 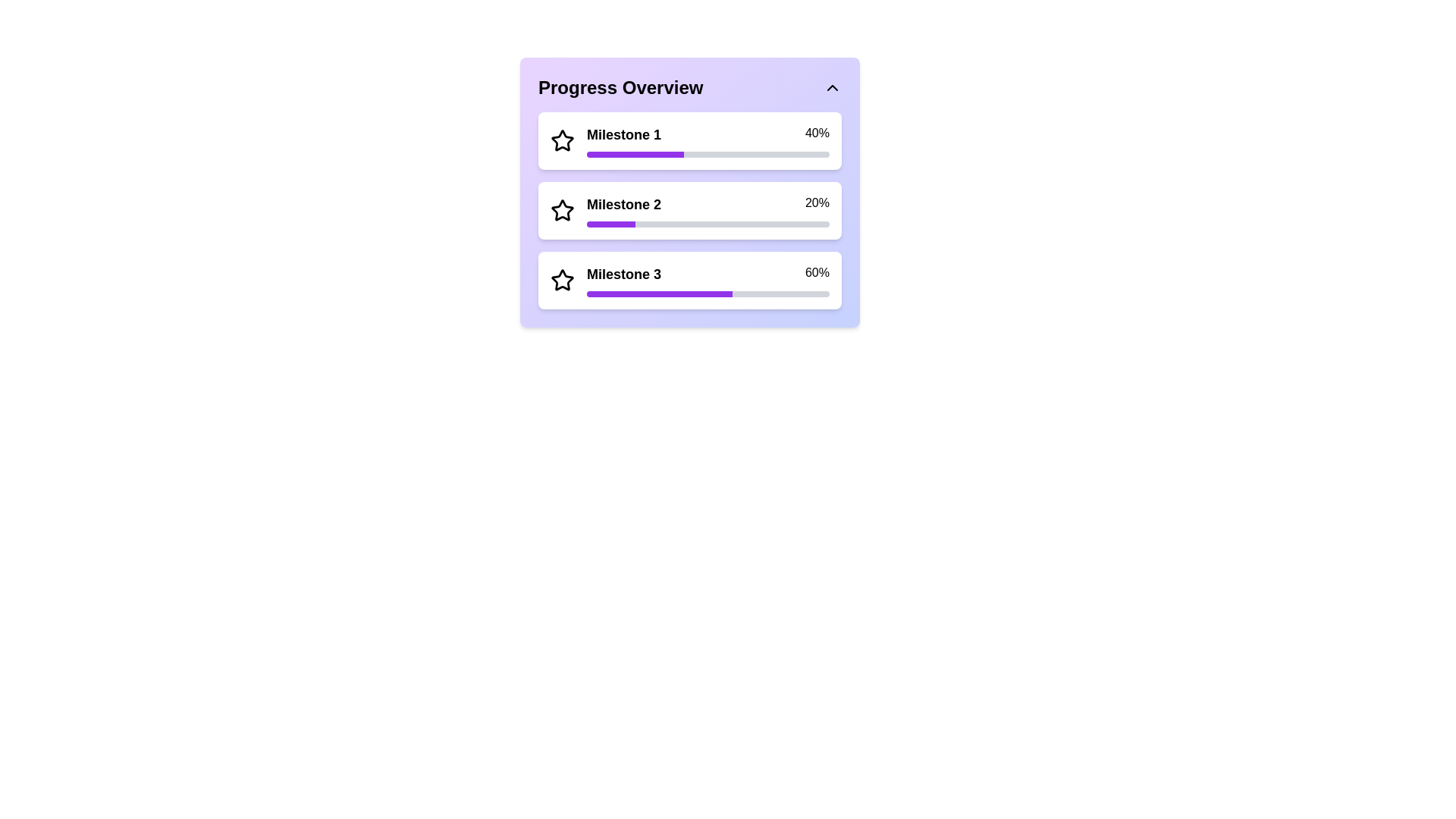 What do you see at coordinates (708, 210) in the screenshot?
I see `the progress bar labeled 'Milestone 2' with a progress percentage of '20%'` at bounding box center [708, 210].